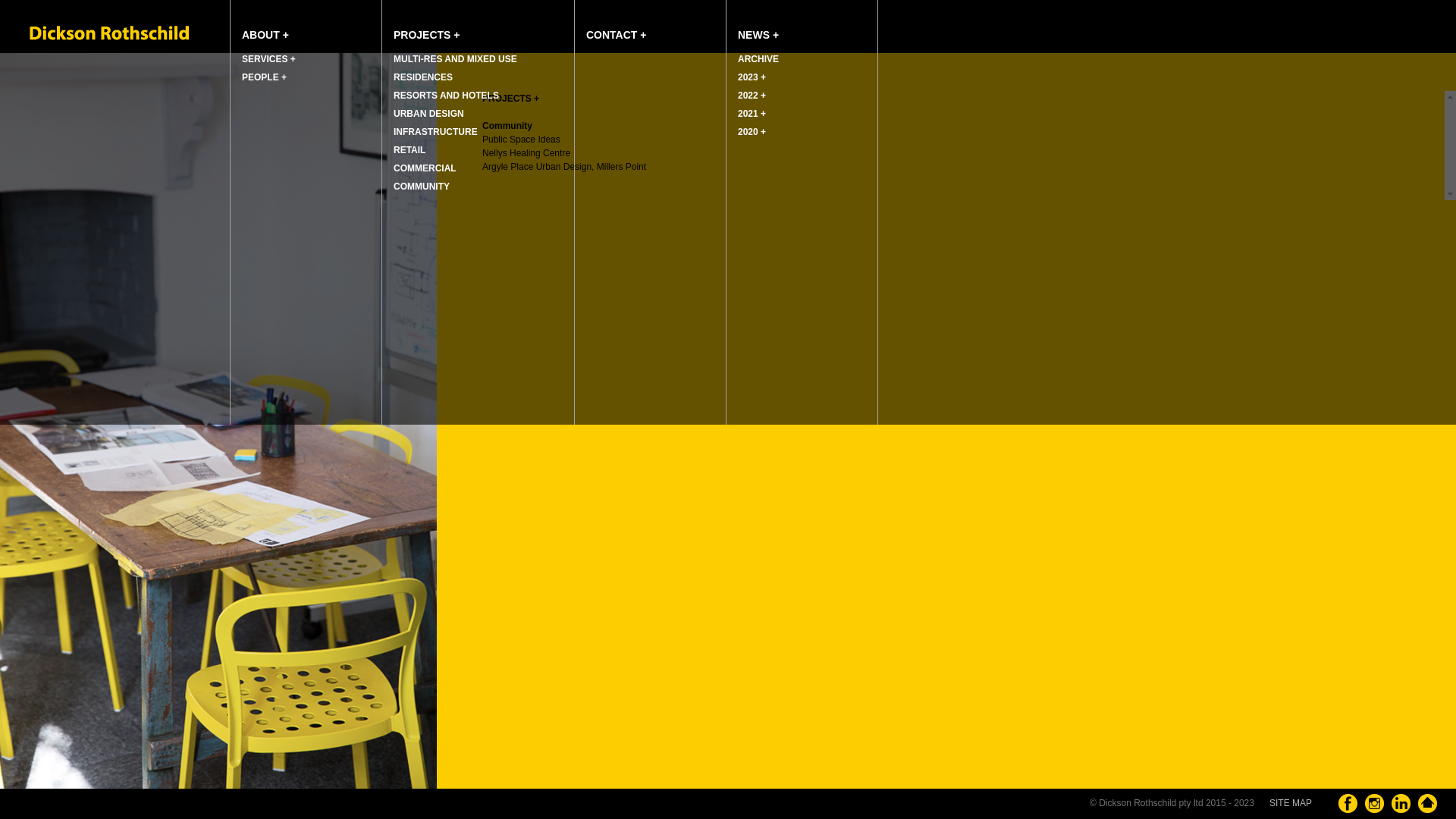 The image size is (1456, 819). I want to click on 'MULTI-RES AND MIXED USE', so click(382, 58).